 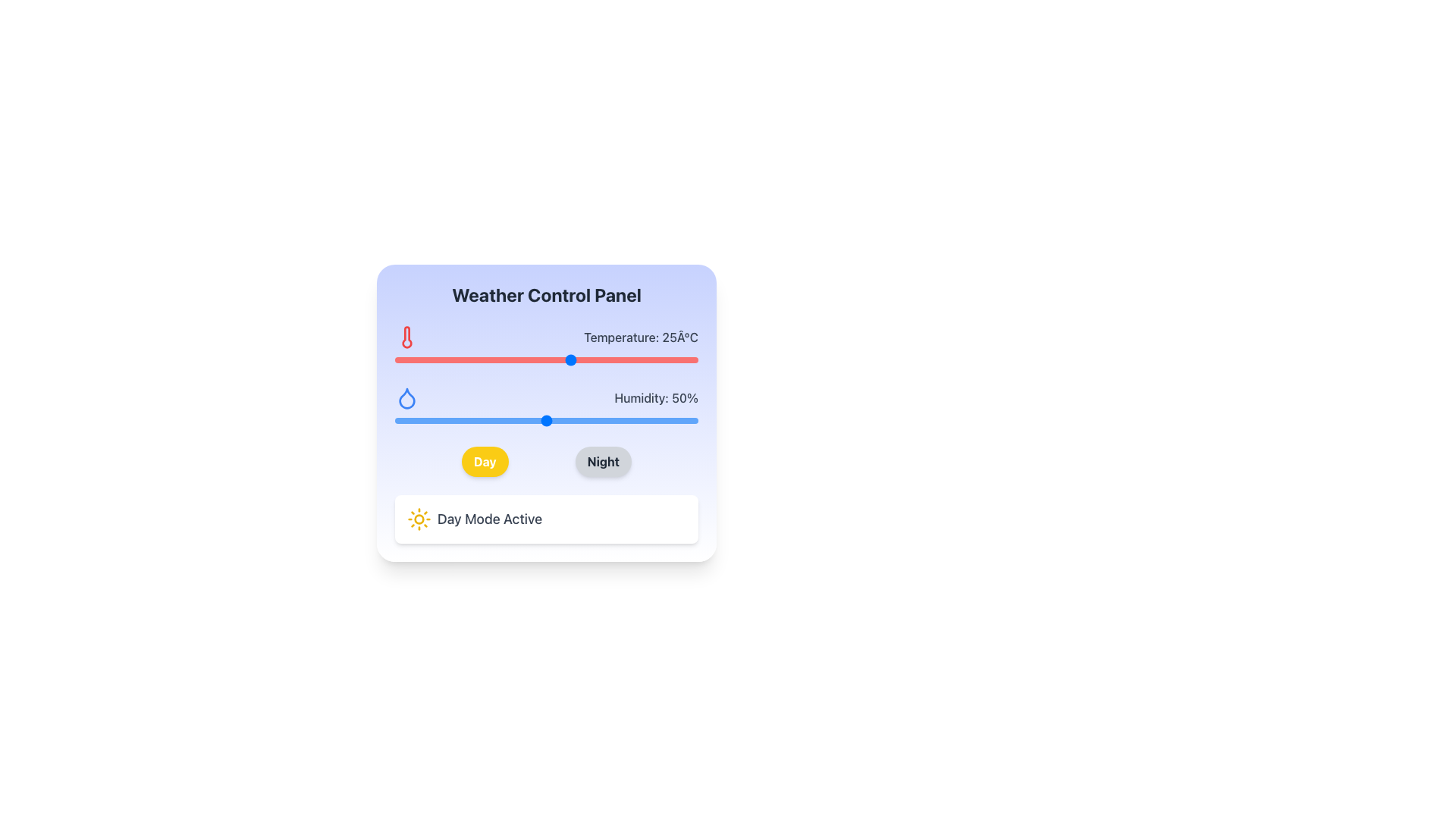 I want to click on the handle of the horizontal Range Slider located below the 'Humidity: 50%' text, so click(x=546, y=421).